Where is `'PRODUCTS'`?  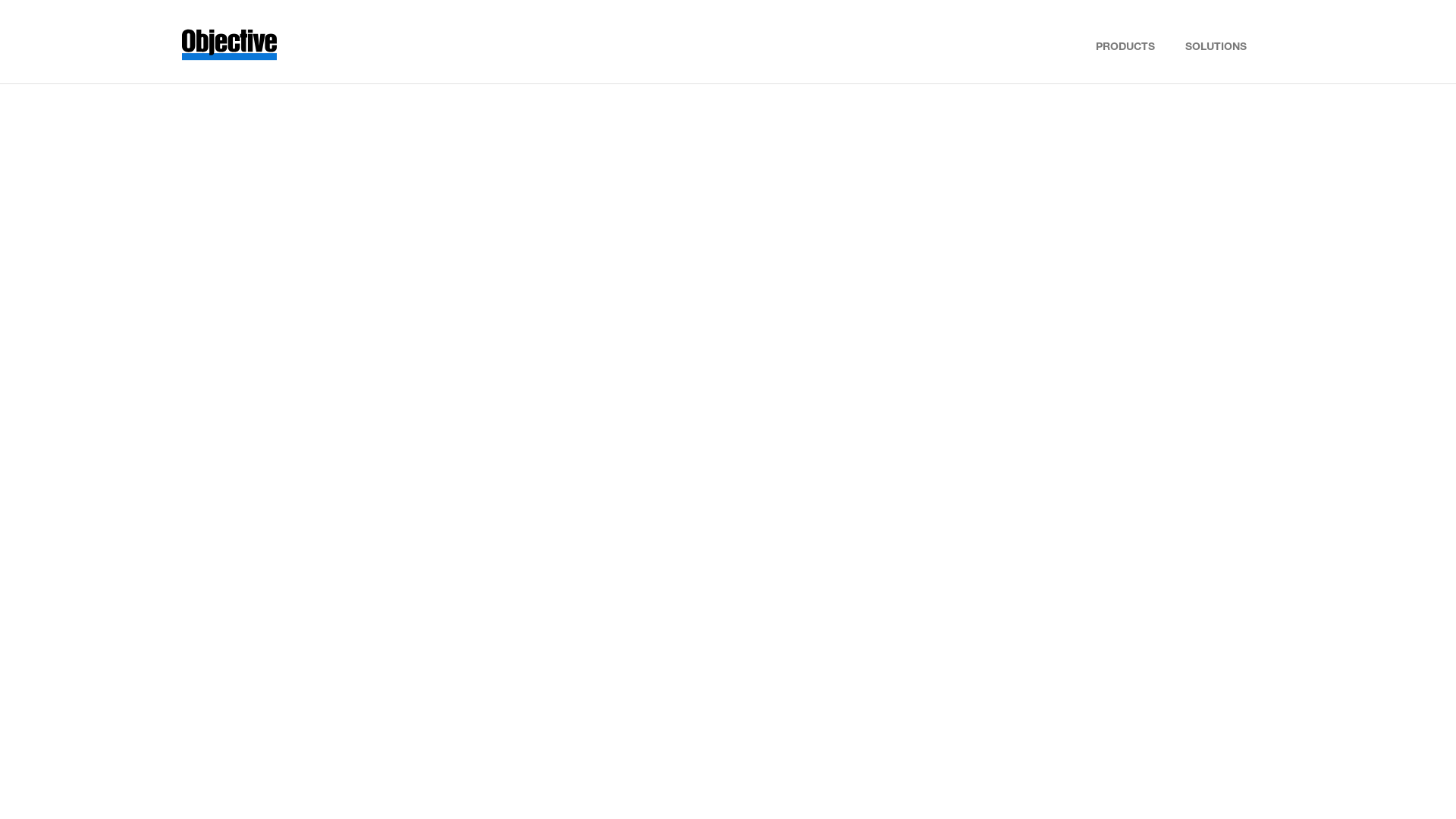 'PRODUCTS' is located at coordinates (1125, 42).